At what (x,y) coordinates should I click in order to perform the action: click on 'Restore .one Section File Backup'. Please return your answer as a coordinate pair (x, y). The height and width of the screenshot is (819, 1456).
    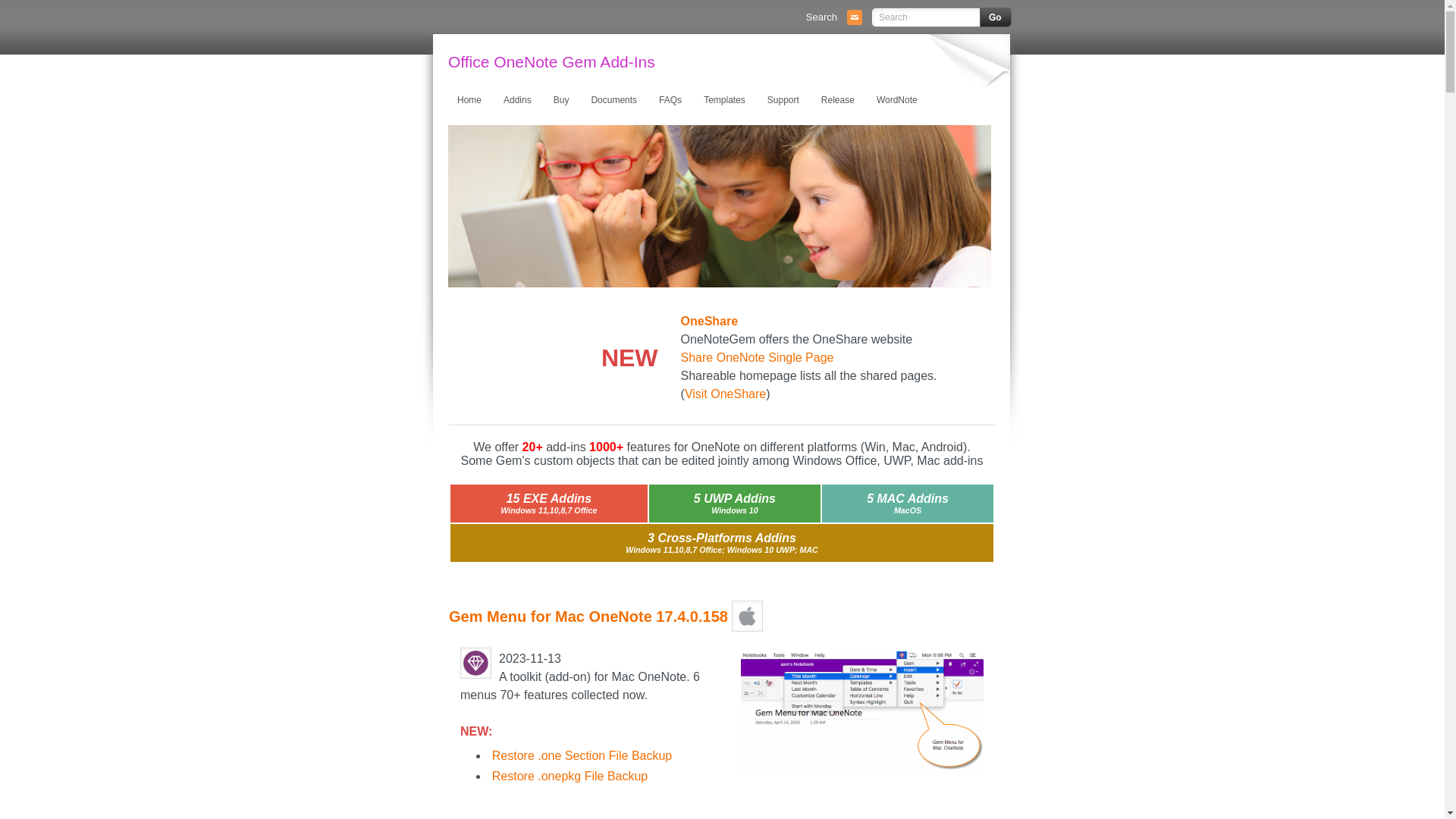
    Looking at the image, I should click on (581, 755).